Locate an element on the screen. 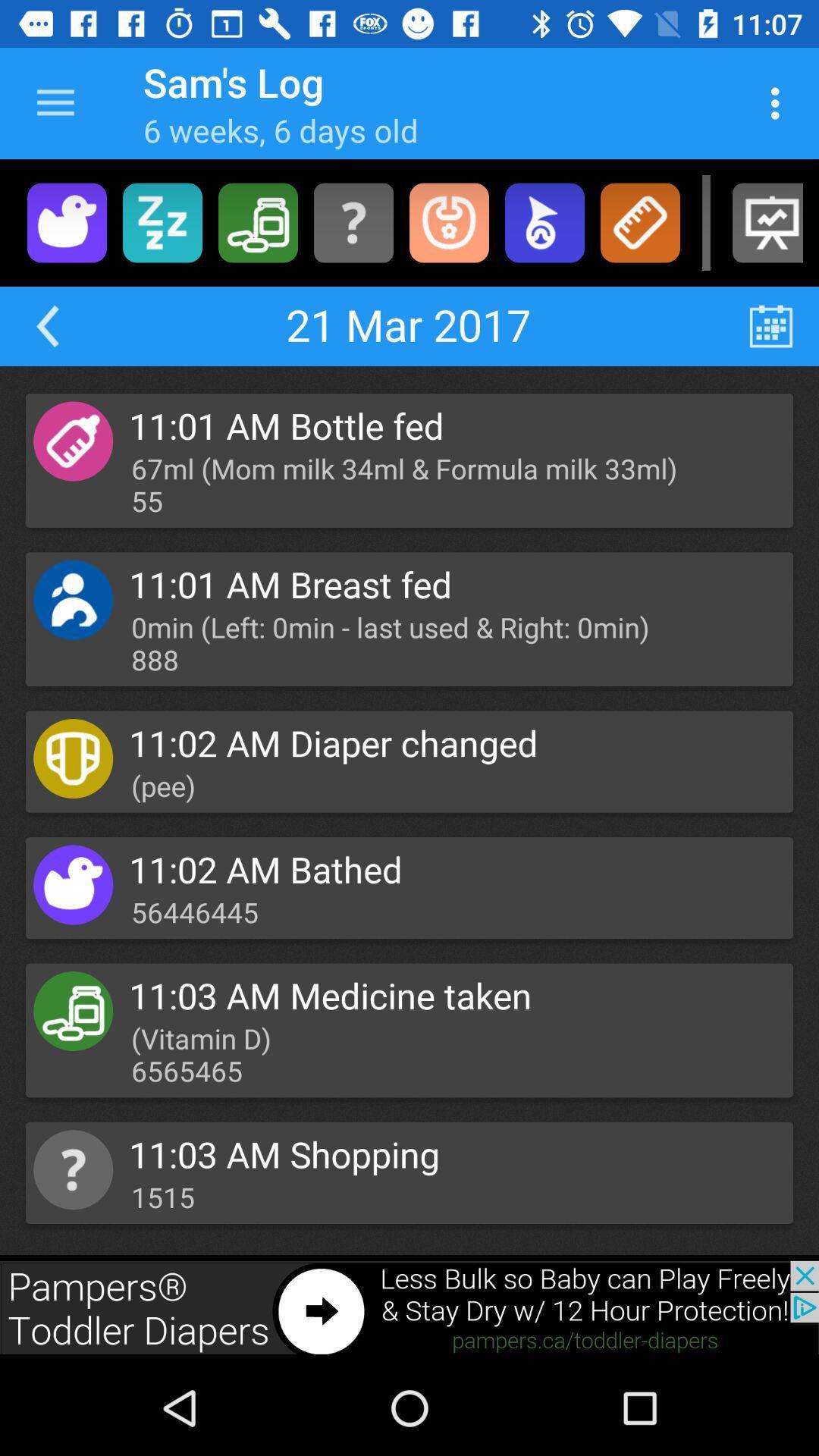 The image size is (819, 1456). bath time option is located at coordinates (66, 221).